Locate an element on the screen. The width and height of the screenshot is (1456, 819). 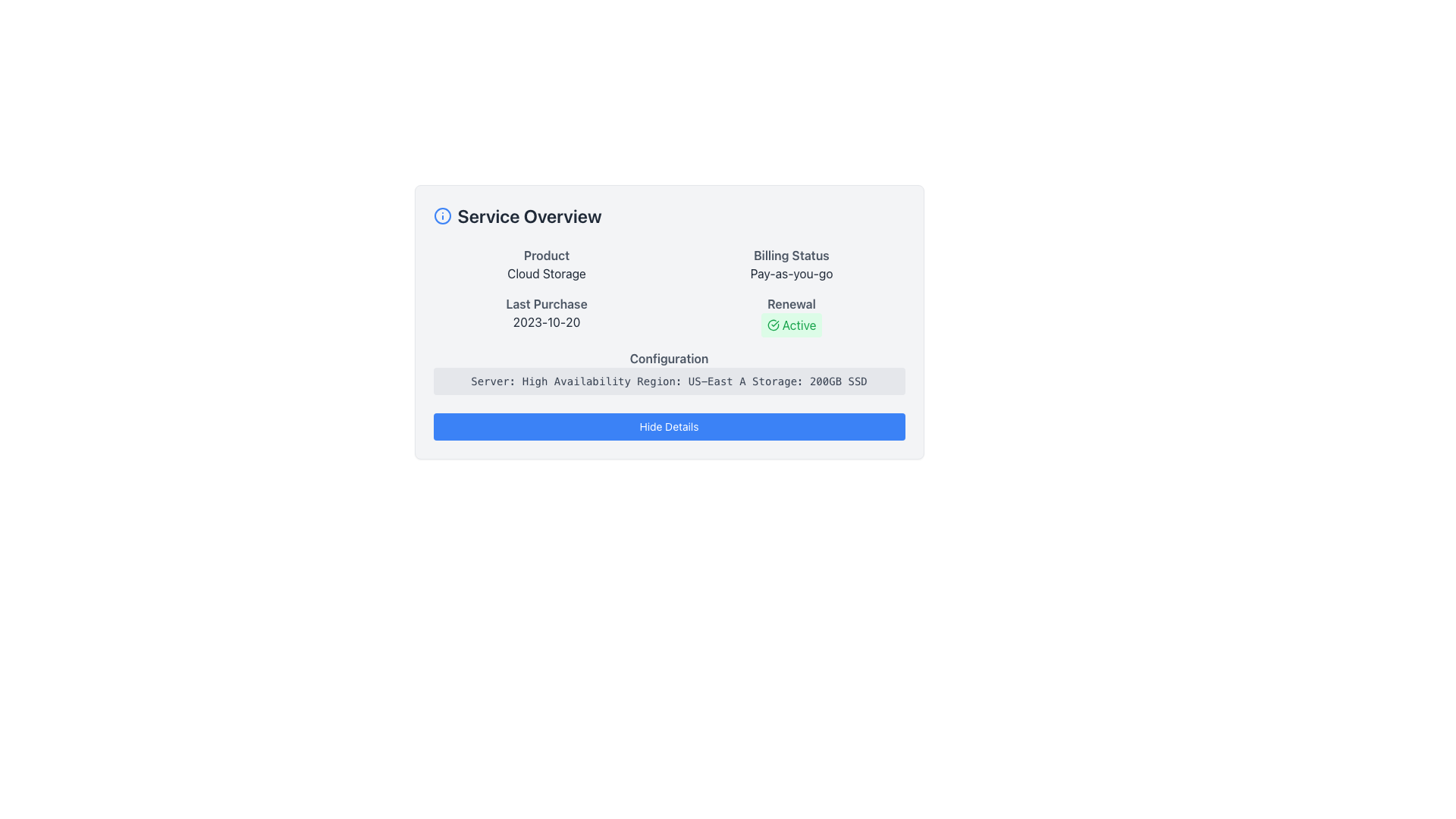
the Informational Display located within the 'Service Overview' section is located at coordinates (668, 320).